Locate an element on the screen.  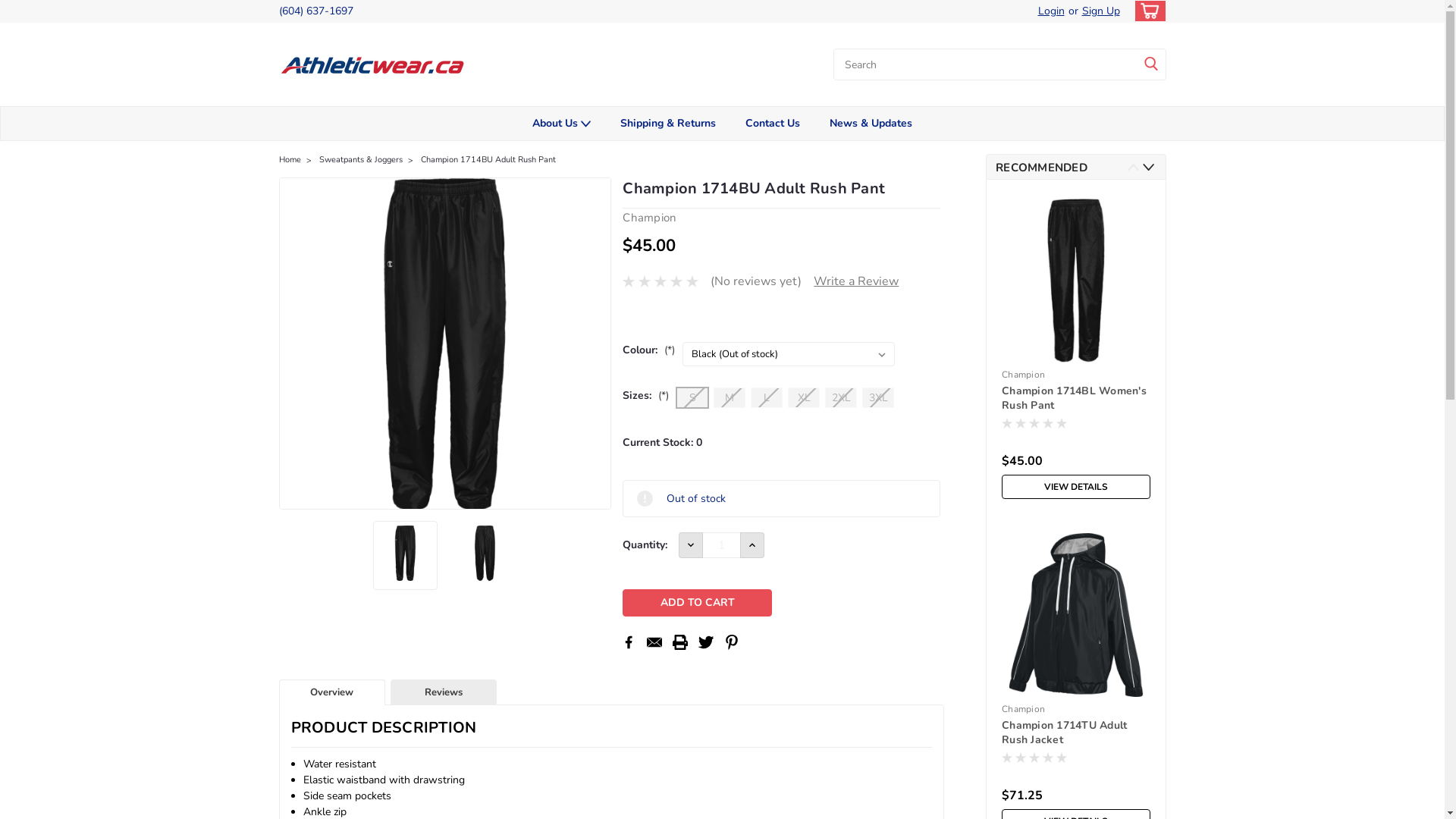
'Login' is located at coordinates (1050, 11).